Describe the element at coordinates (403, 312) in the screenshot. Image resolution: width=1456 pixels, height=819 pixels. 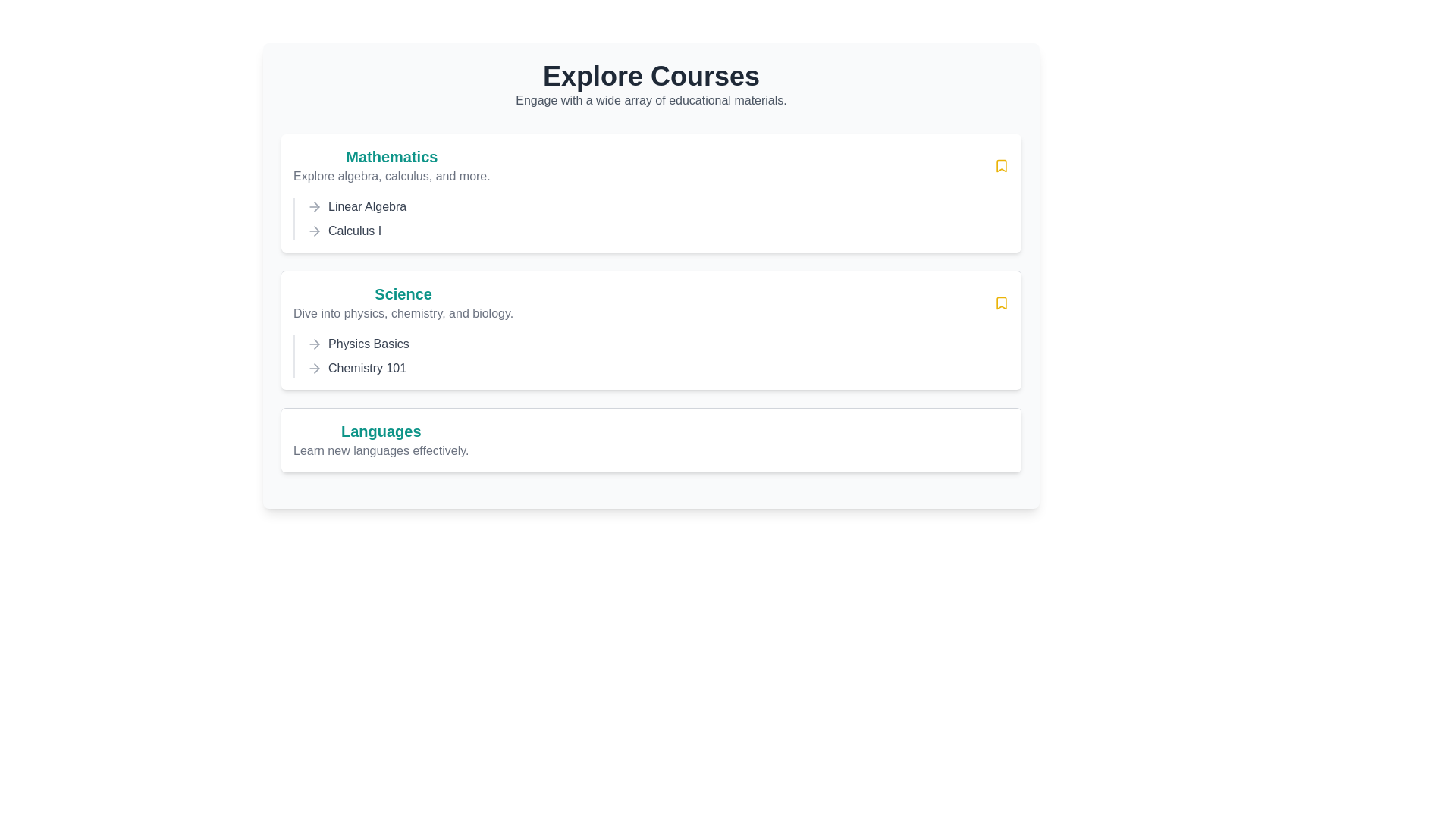
I see `the text label displaying the phrase 'Dive into physics, chemistry, and biology.' which is styled in a subtle gray color and located below the title 'Science'` at that location.